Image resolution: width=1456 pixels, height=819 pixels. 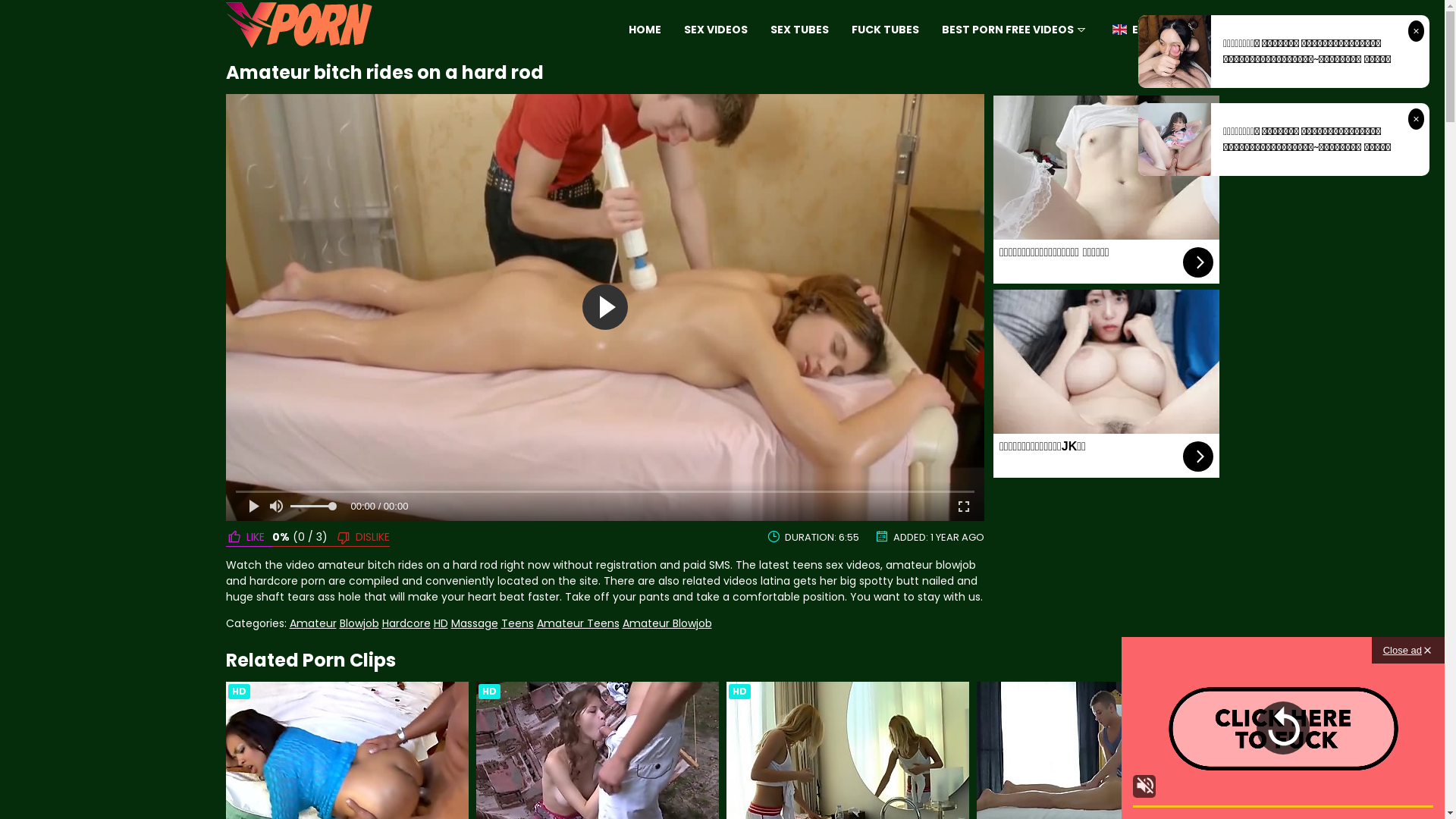 I want to click on 'Teens', so click(x=516, y=623).